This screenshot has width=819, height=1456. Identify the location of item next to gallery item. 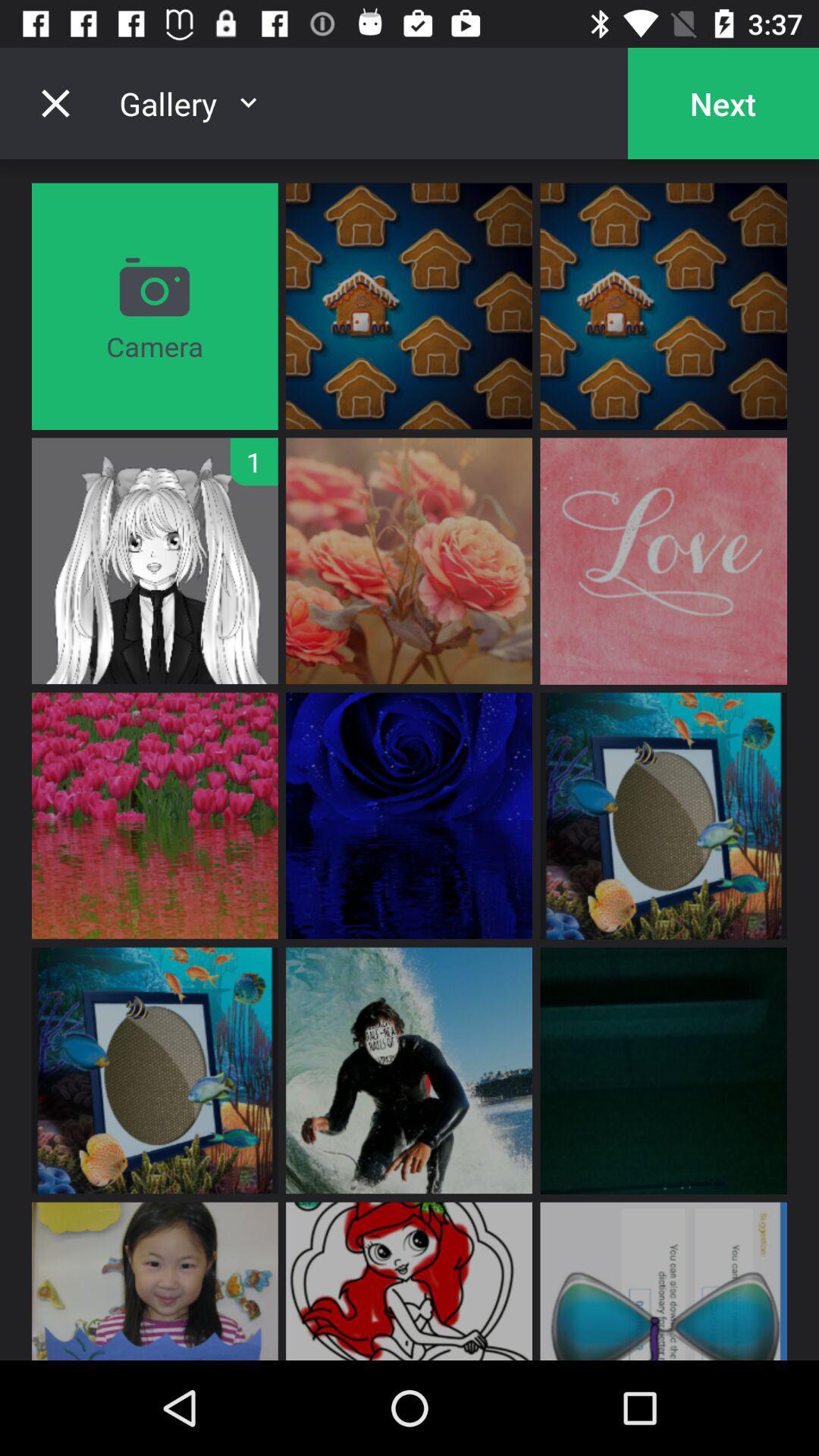
(55, 102).